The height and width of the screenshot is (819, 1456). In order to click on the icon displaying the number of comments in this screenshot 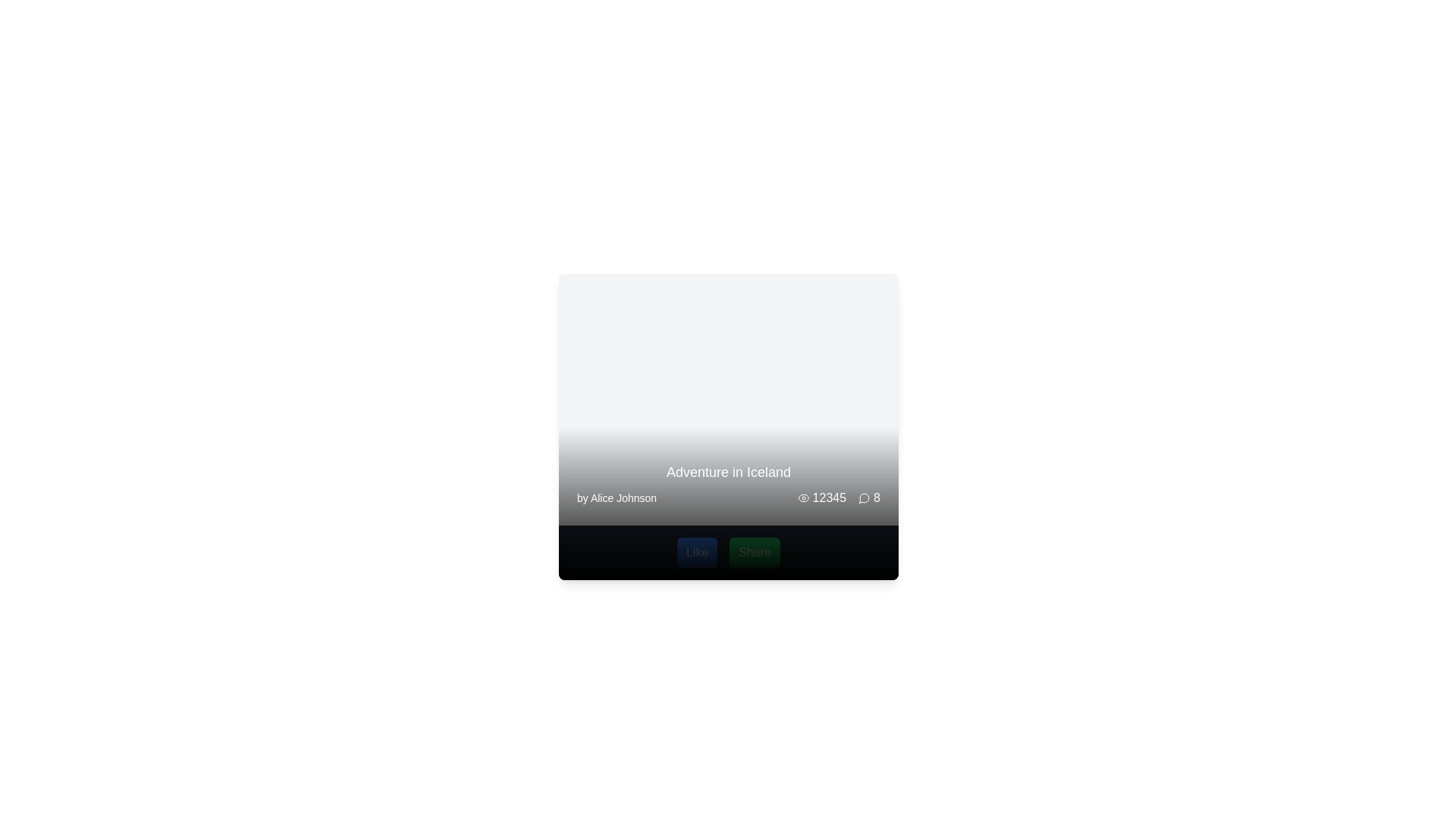, I will do `click(869, 497)`.